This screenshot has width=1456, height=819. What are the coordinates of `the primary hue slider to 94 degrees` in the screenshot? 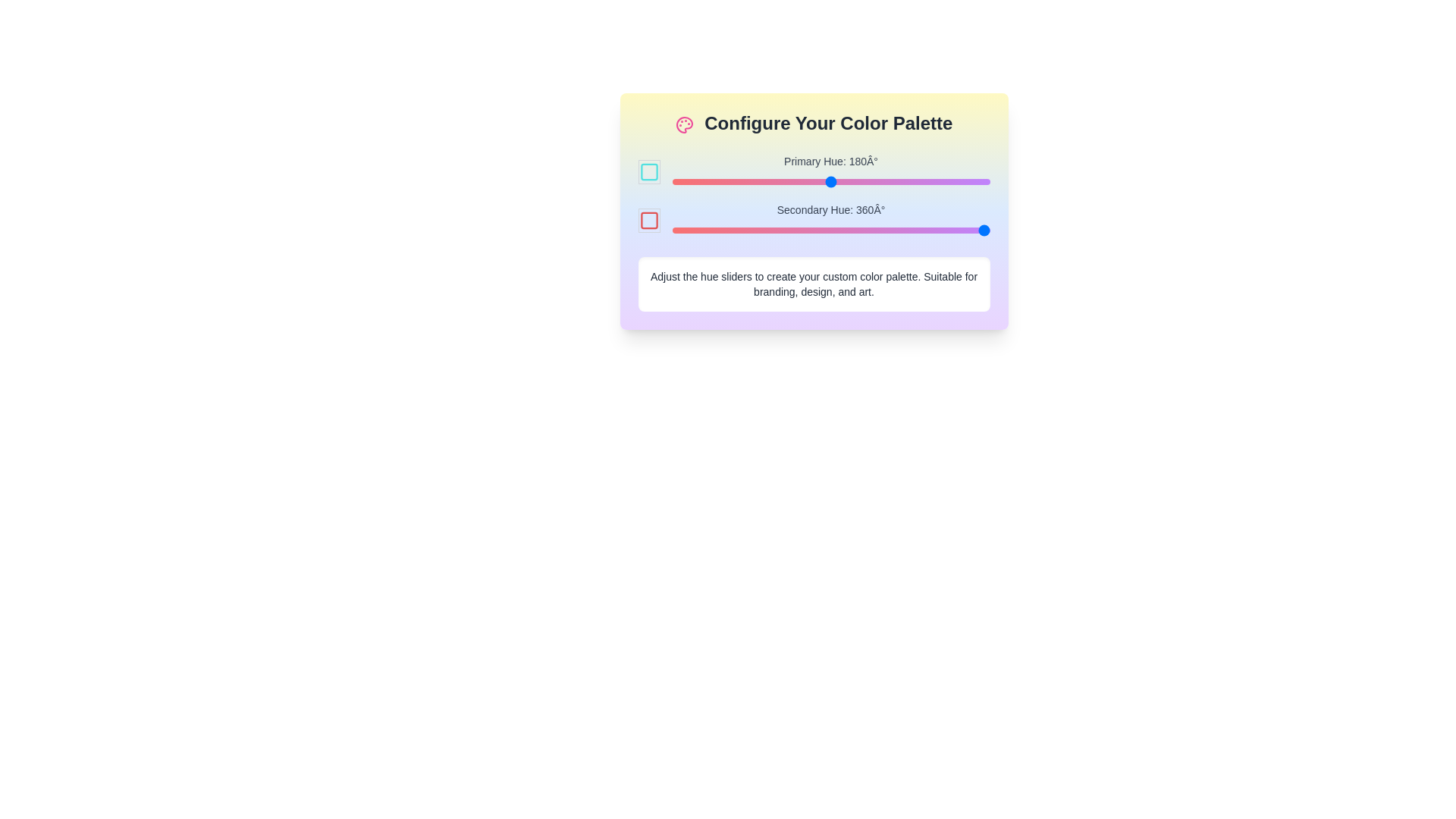 It's located at (755, 180).